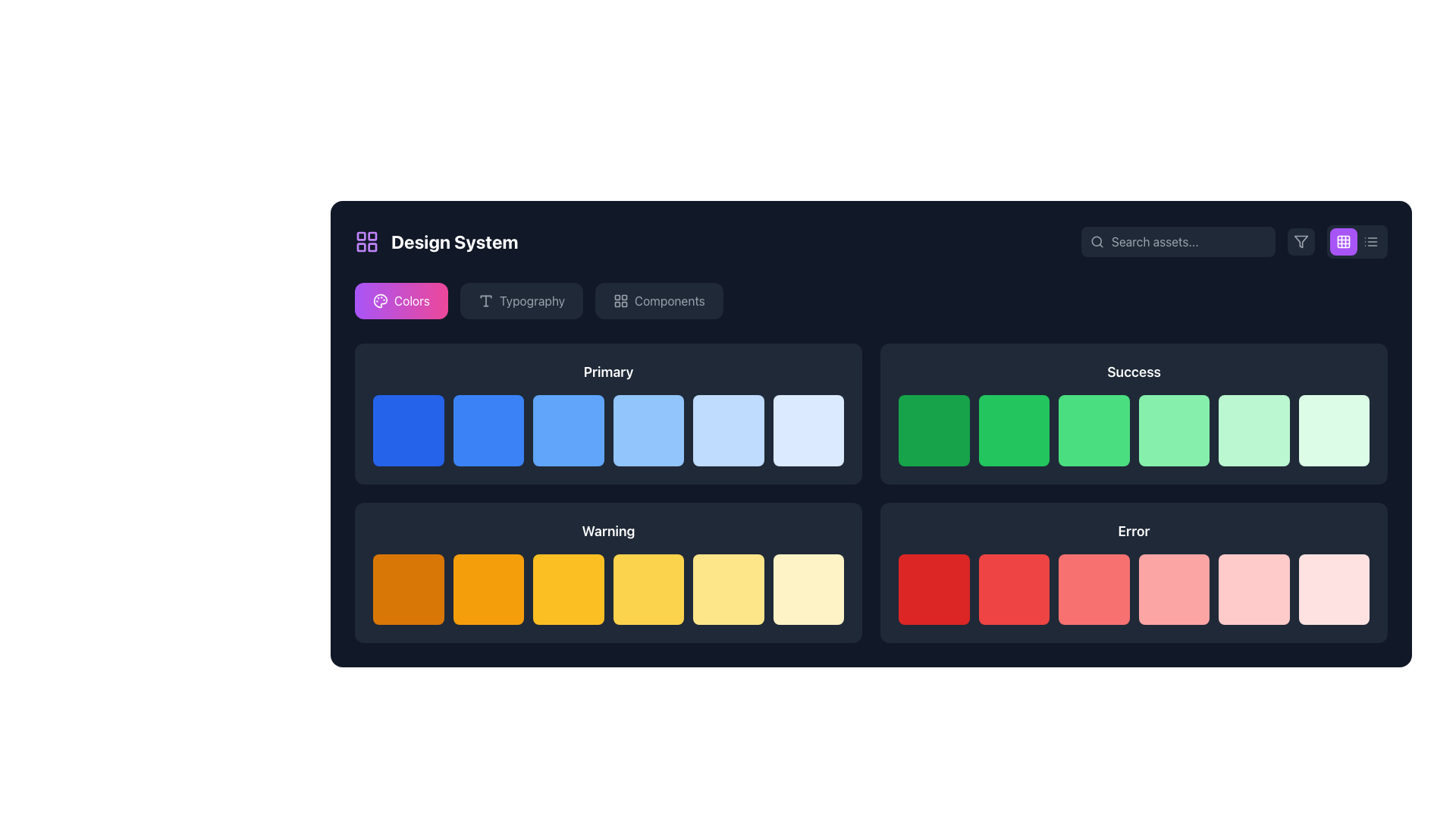 This screenshot has width=1456, height=819. I want to click on the menu button represented by three horizontal lines located in the top-right corner of the interface, so click(1371, 241).